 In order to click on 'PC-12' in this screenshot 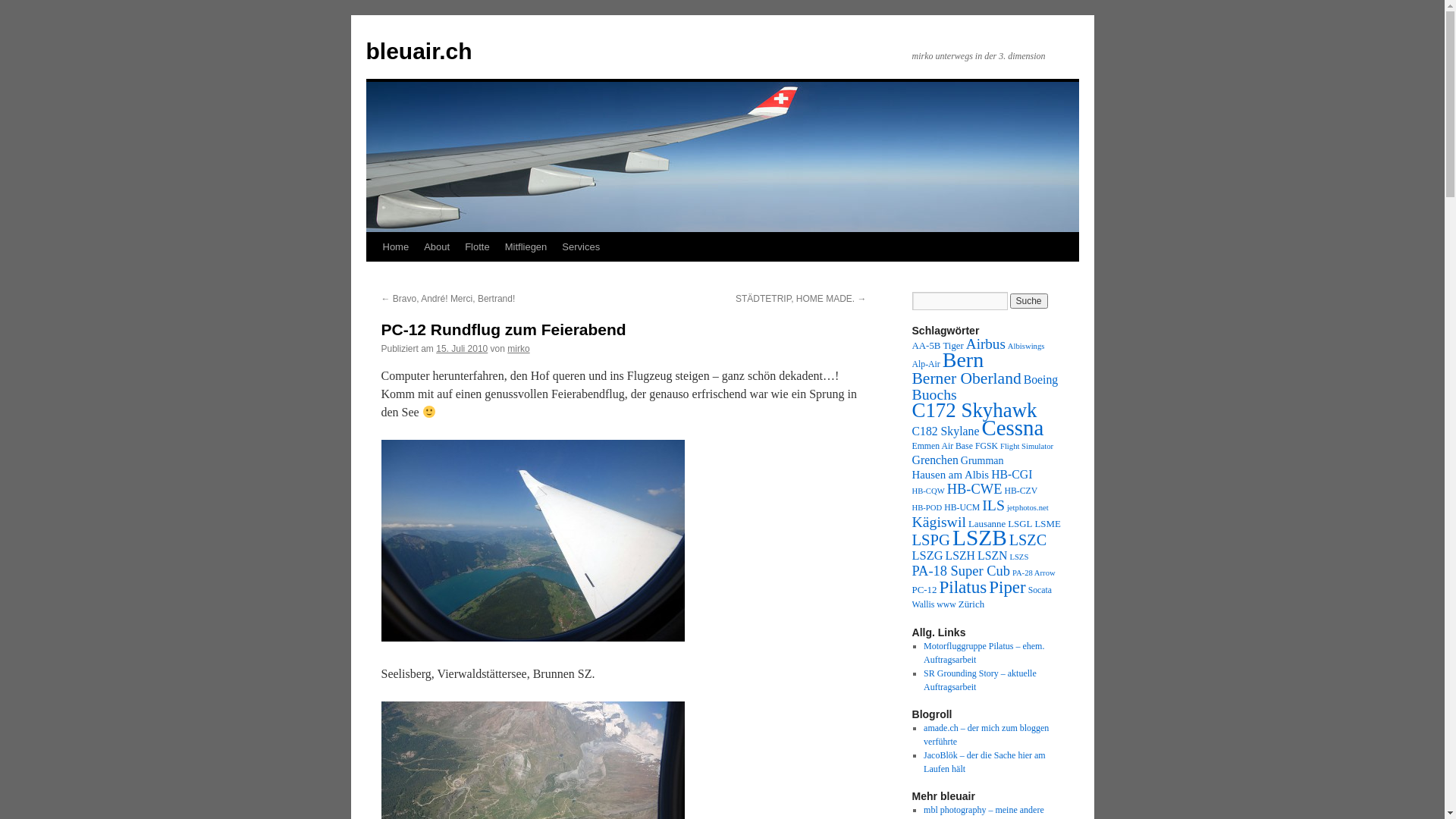, I will do `click(923, 589)`.